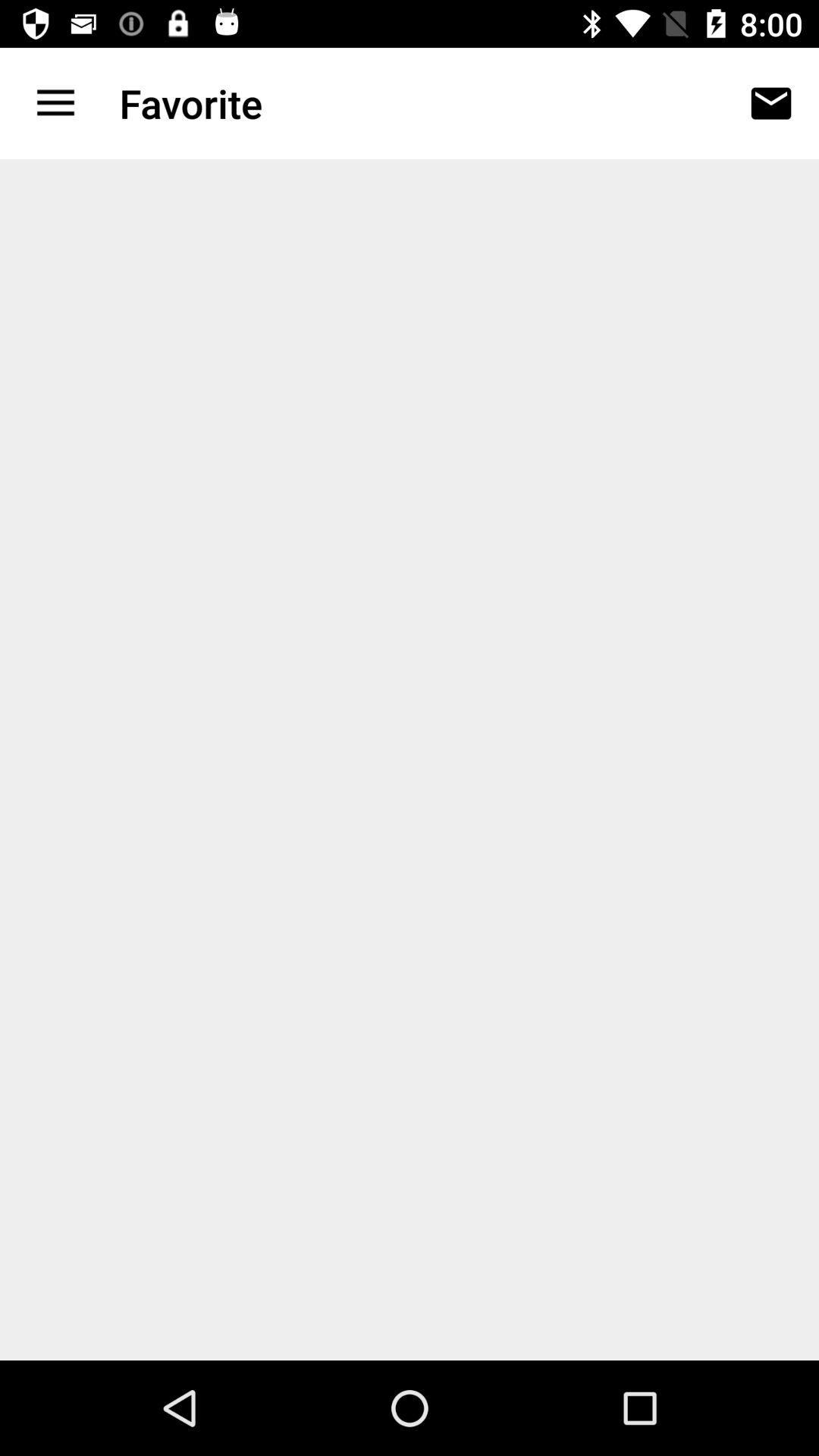  What do you see at coordinates (771, 102) in the screenshot?
I see `the icon to the right of favorite` at bounding box center [771, 102].